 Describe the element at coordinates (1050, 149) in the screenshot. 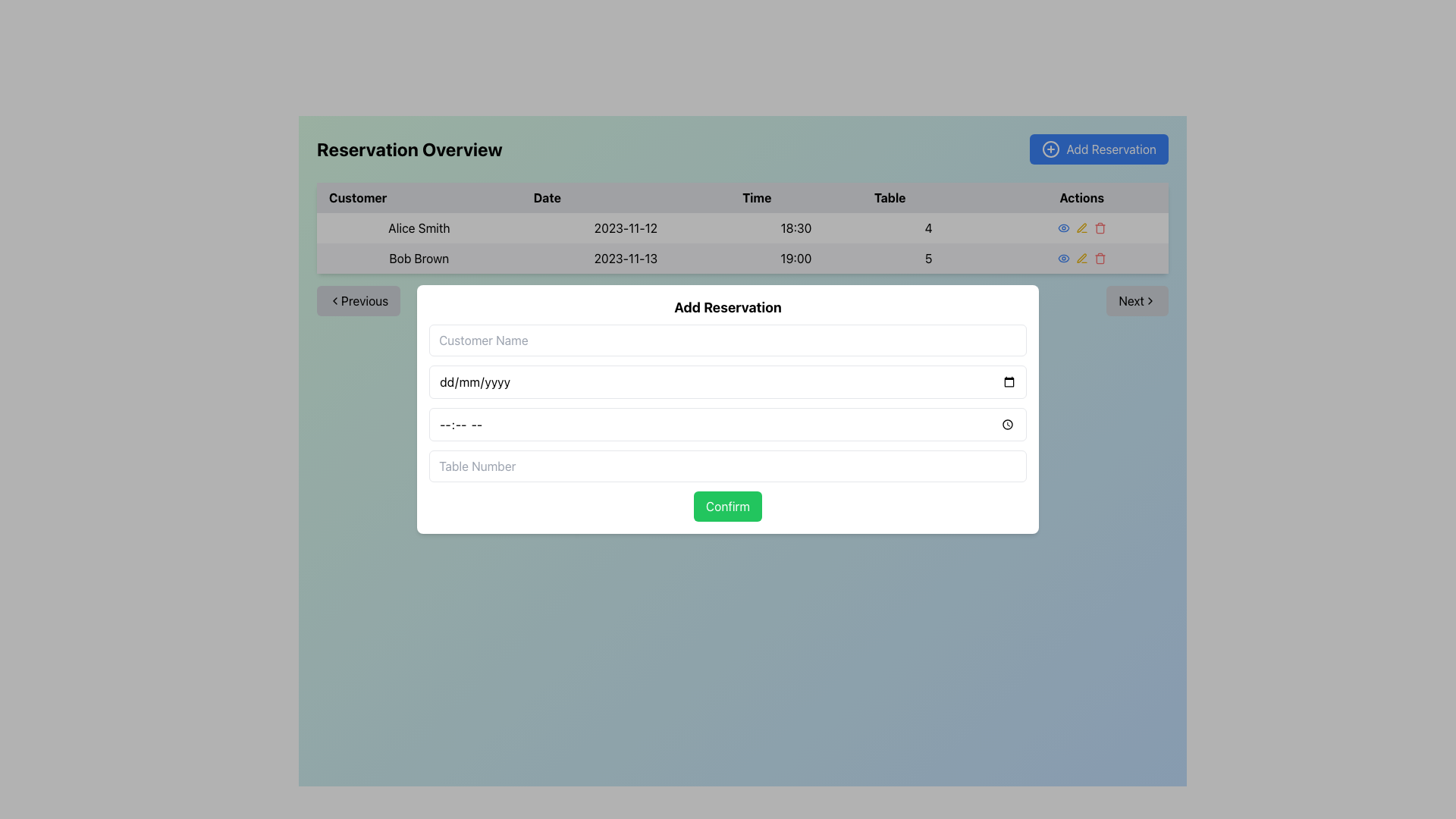

I see `the outermost circle of the 'Add Reservation' button icon located in the upper-right corner of the application's interface` at that location.